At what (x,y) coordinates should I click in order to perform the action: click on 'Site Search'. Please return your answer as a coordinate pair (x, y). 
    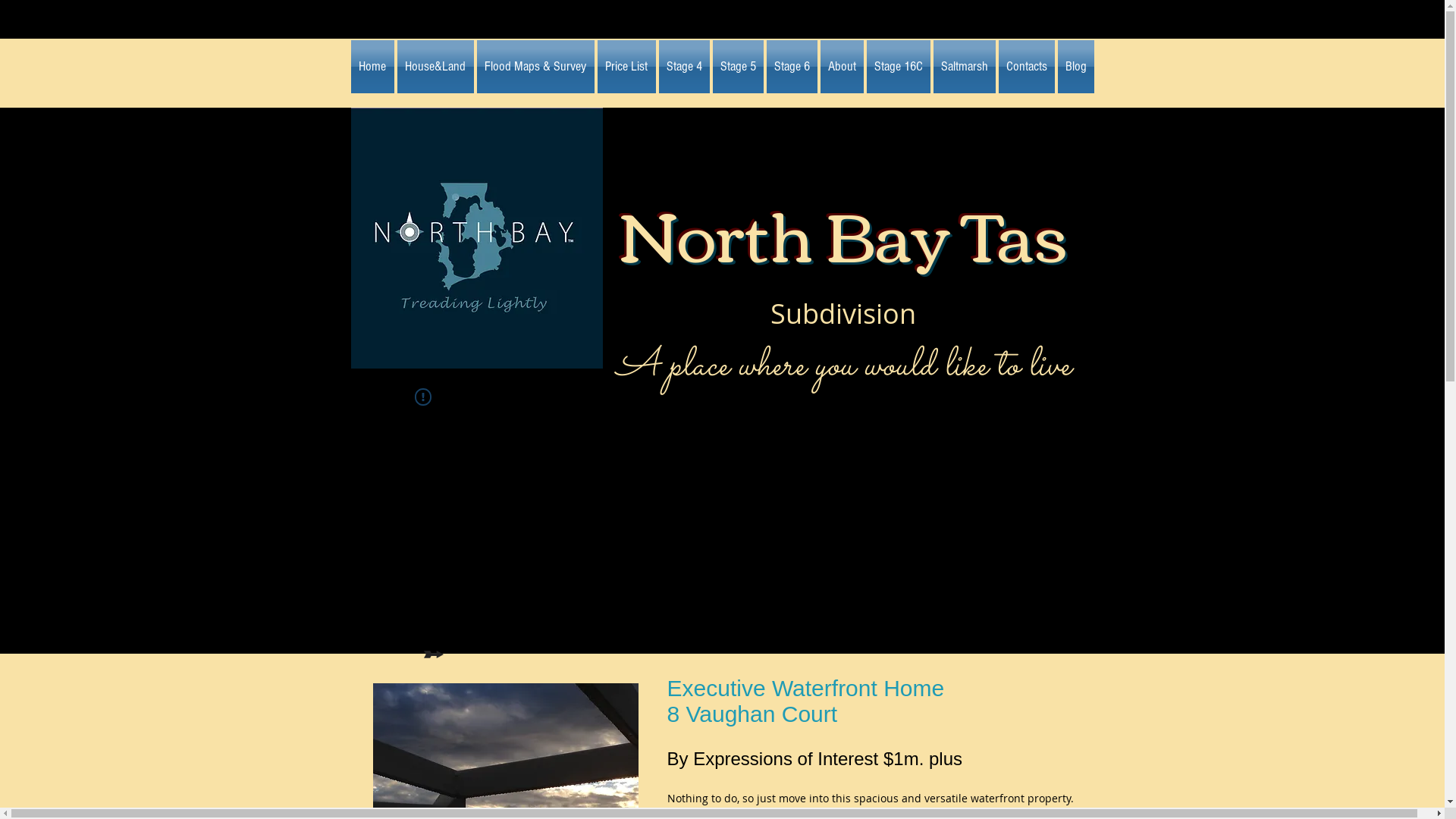
    Looking at the image, I should click on (946, 422).